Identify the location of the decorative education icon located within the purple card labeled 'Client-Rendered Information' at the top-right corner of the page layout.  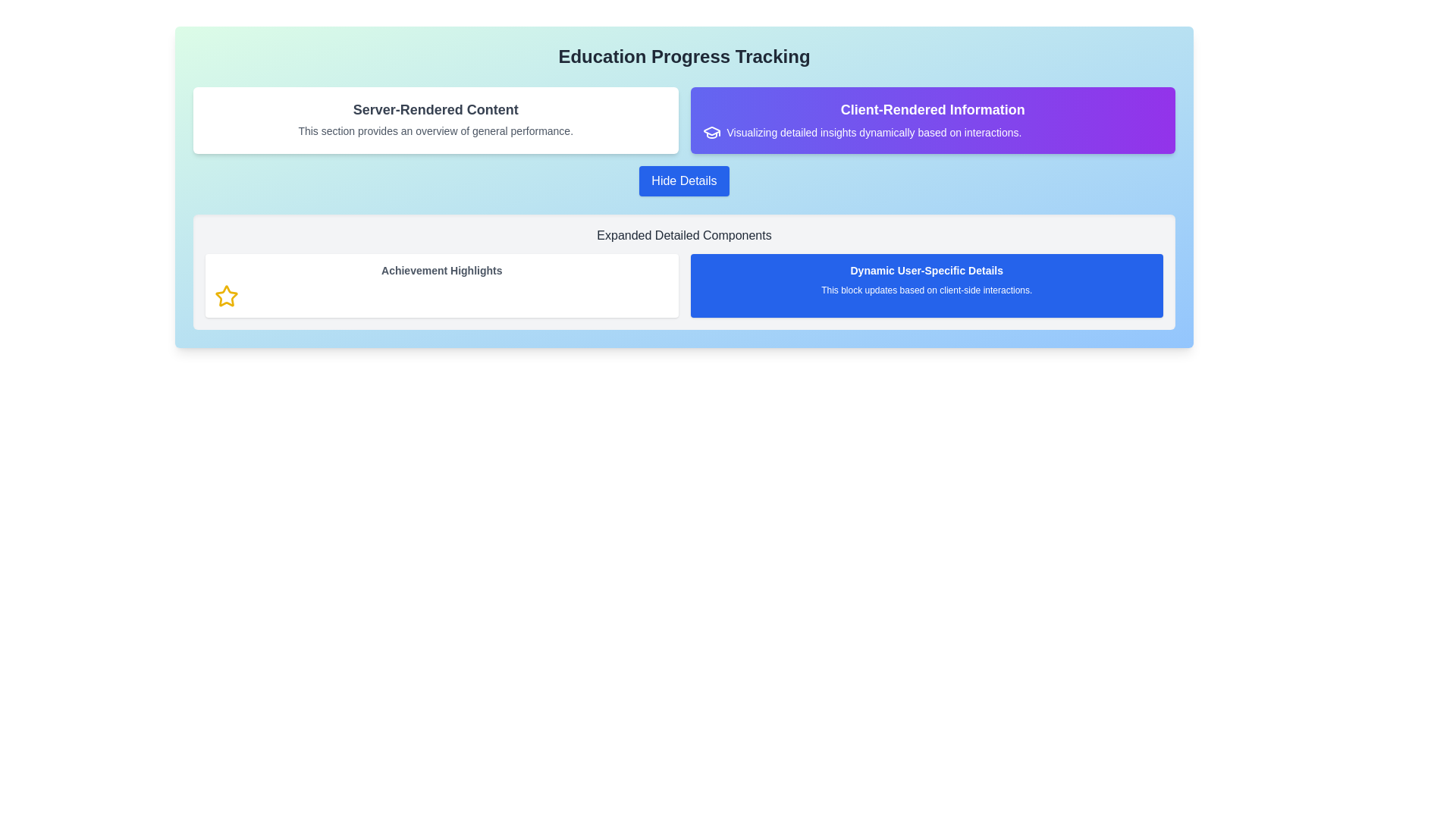
(711, 131).